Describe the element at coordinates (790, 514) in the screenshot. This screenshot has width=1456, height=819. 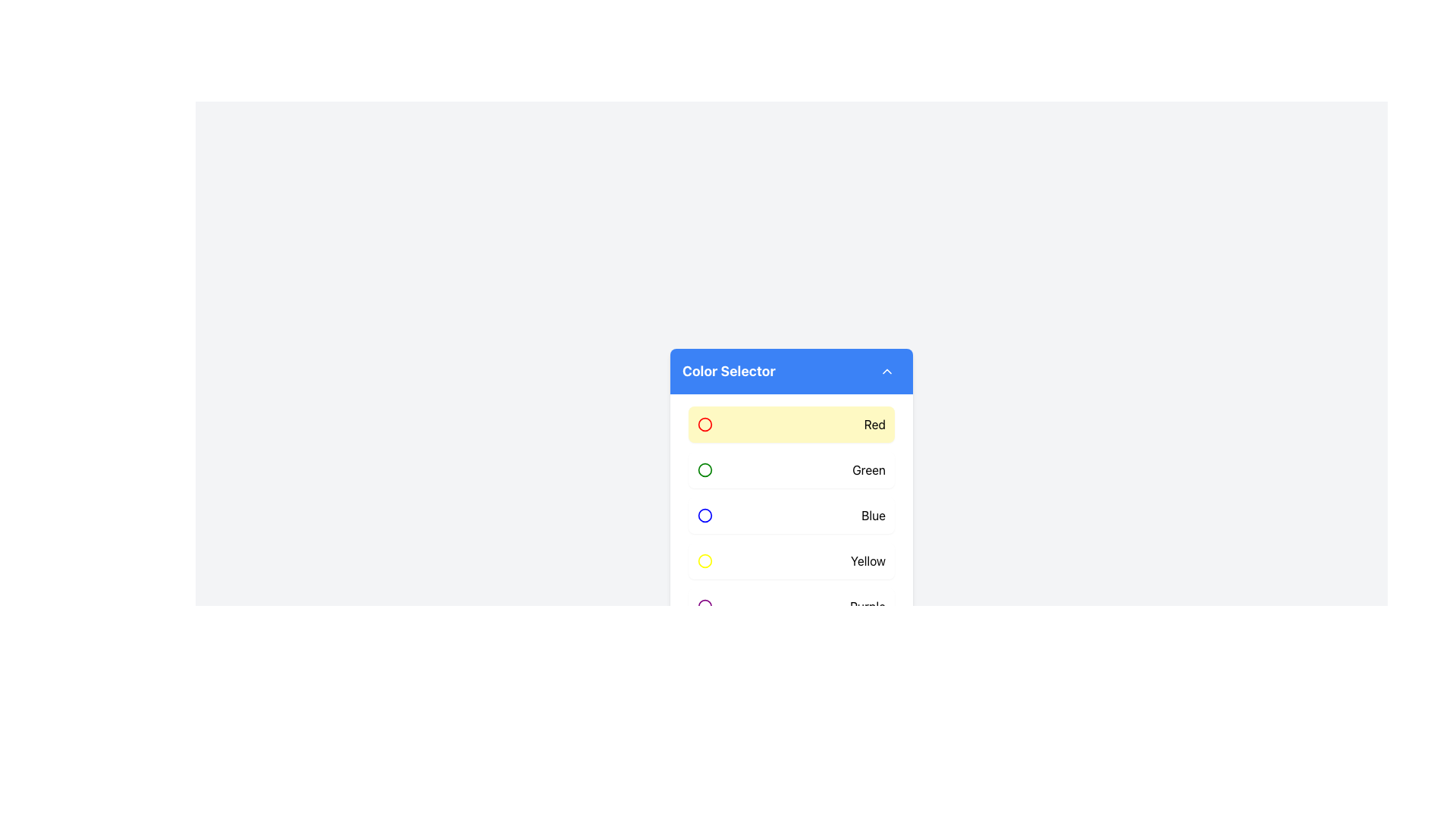
I see `the 'Blue' selectable list item in the color selector component` at that location.